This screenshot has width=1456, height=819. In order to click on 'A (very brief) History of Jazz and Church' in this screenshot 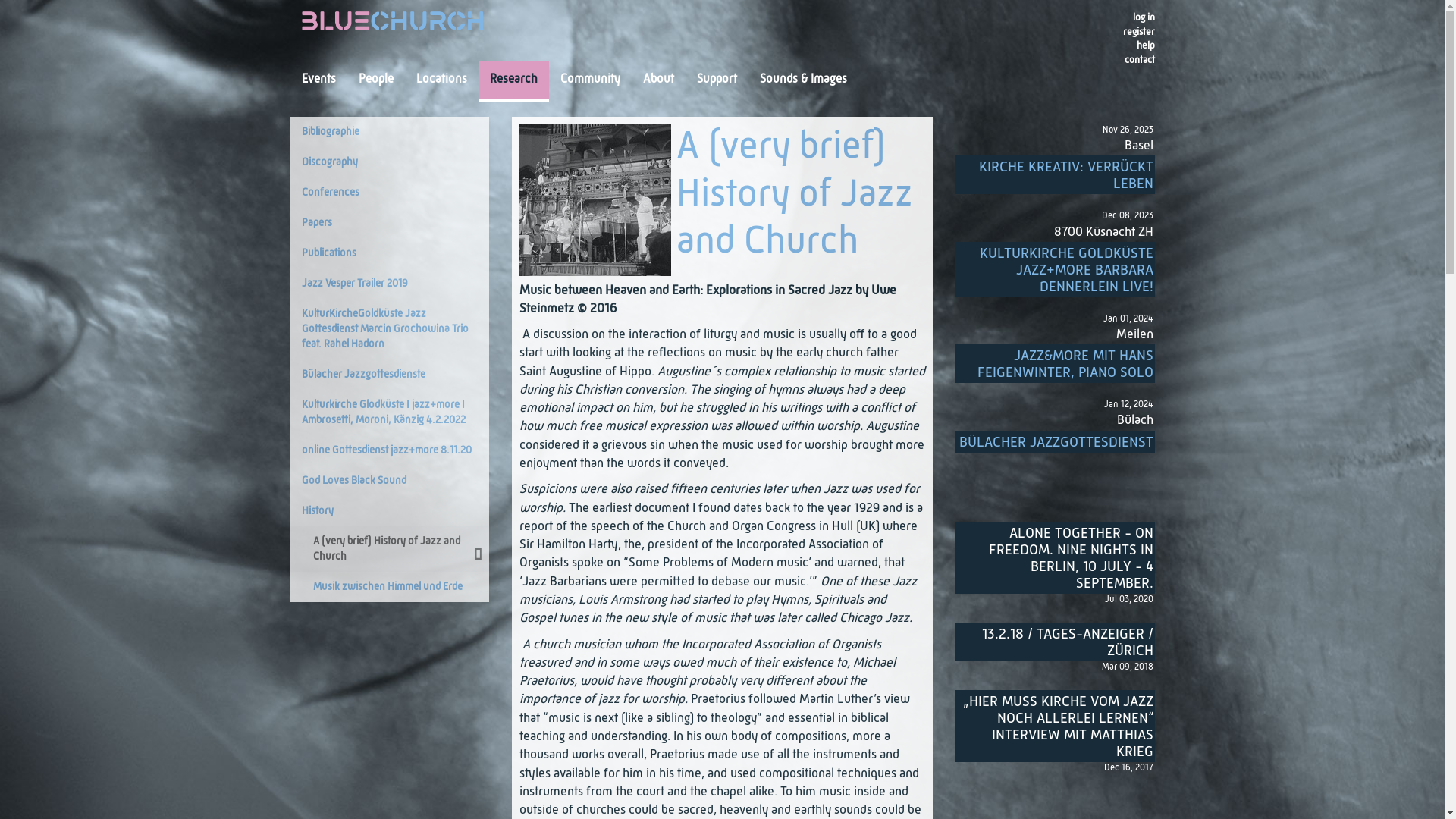, I will do `click(290, 549)`.